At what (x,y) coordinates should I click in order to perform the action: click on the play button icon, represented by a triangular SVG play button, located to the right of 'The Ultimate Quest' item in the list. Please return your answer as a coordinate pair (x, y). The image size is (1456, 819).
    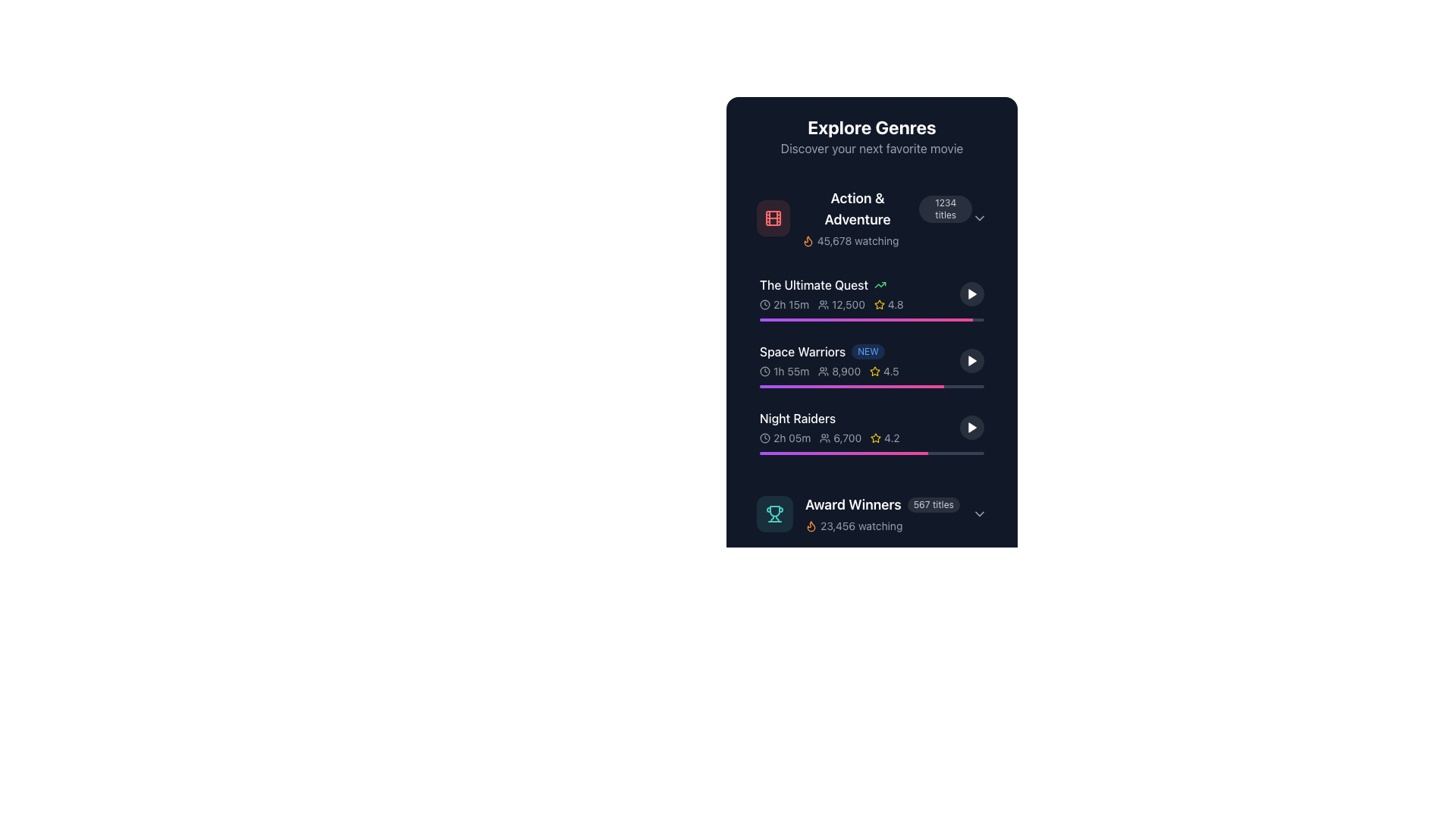
    Looking at the image, I should click on (971, 294).